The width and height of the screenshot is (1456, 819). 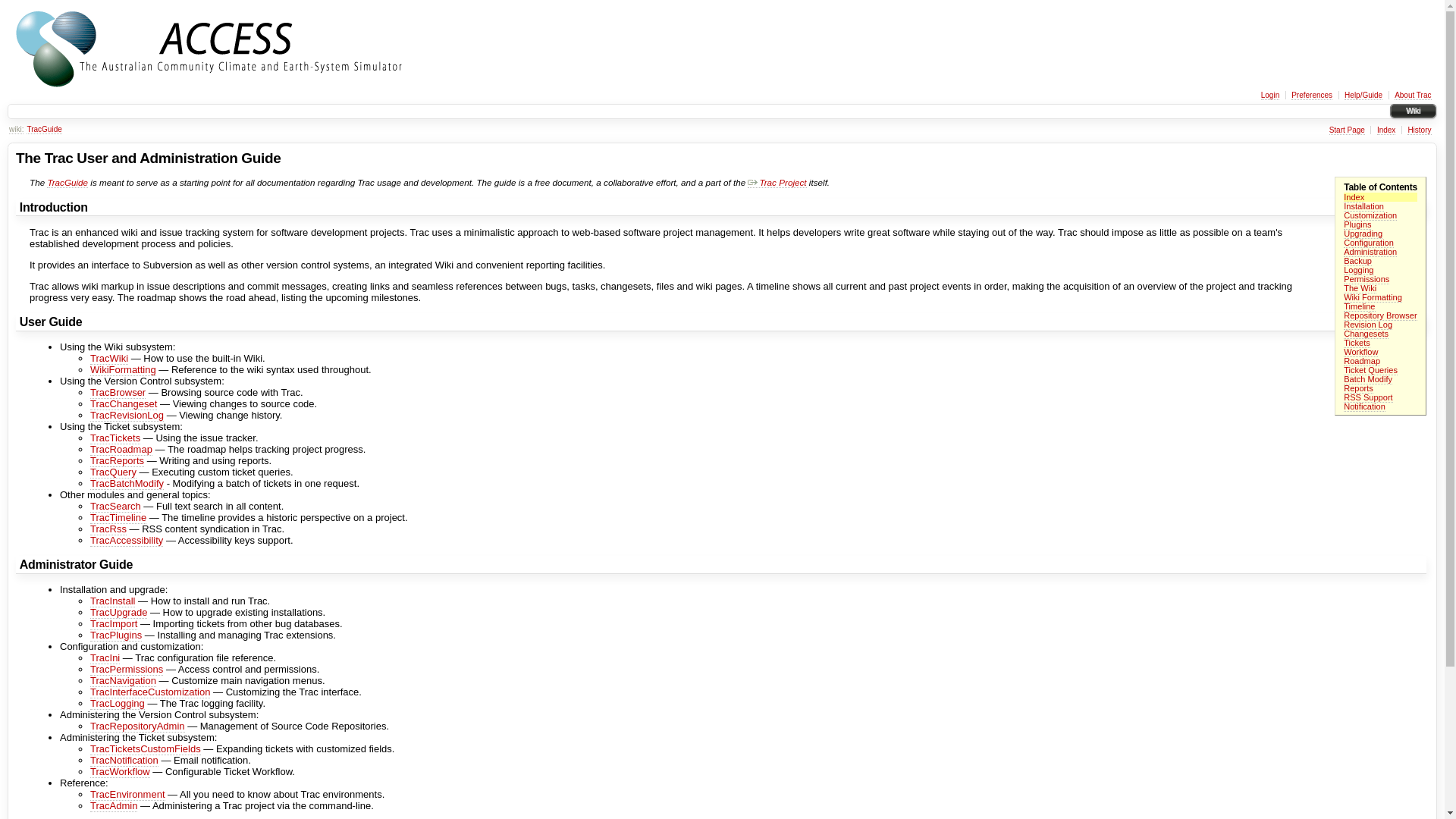 I want to click on 'TracTickets', so click(x=115, y=438).